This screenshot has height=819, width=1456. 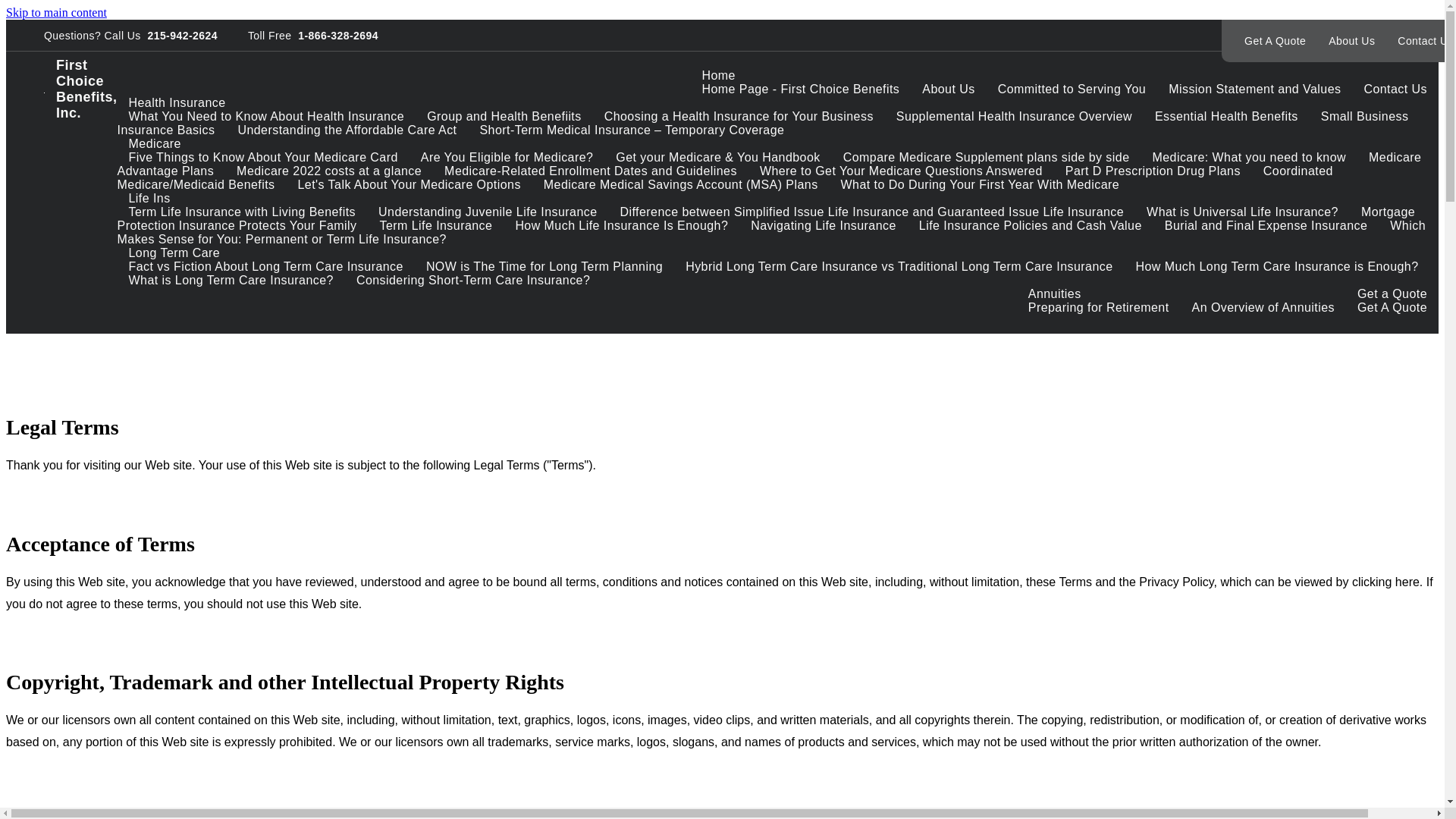 What do you see at coordinates (1156, 89) in the screenshot?
I see `'Mission Statement and Values'` at bounding box center [1156, 89].